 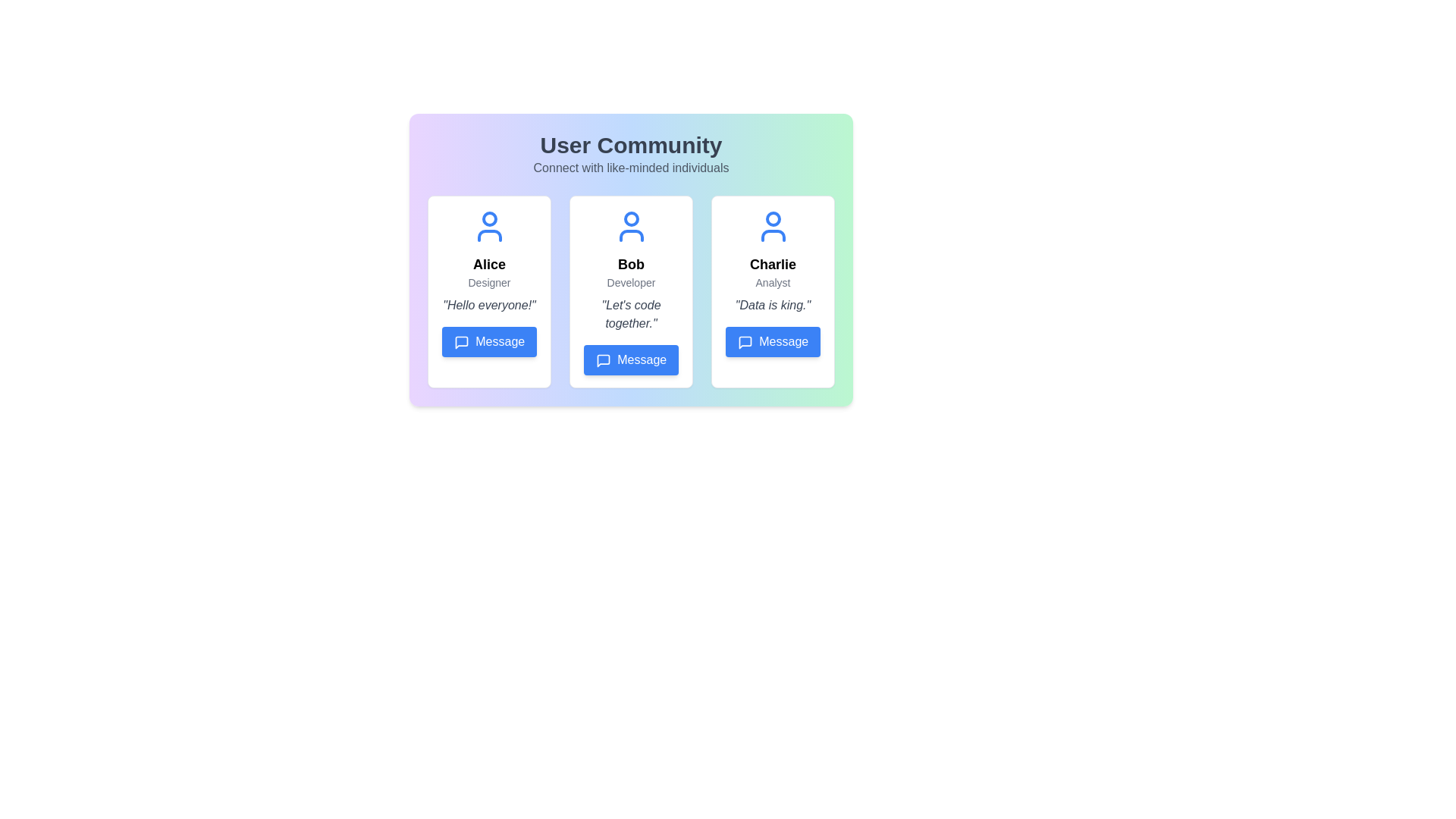 I want to click on the interactive button located beneath the text 'Hello everyone!' in Alice's user profile card to send a message, so click(x=489, y=342).